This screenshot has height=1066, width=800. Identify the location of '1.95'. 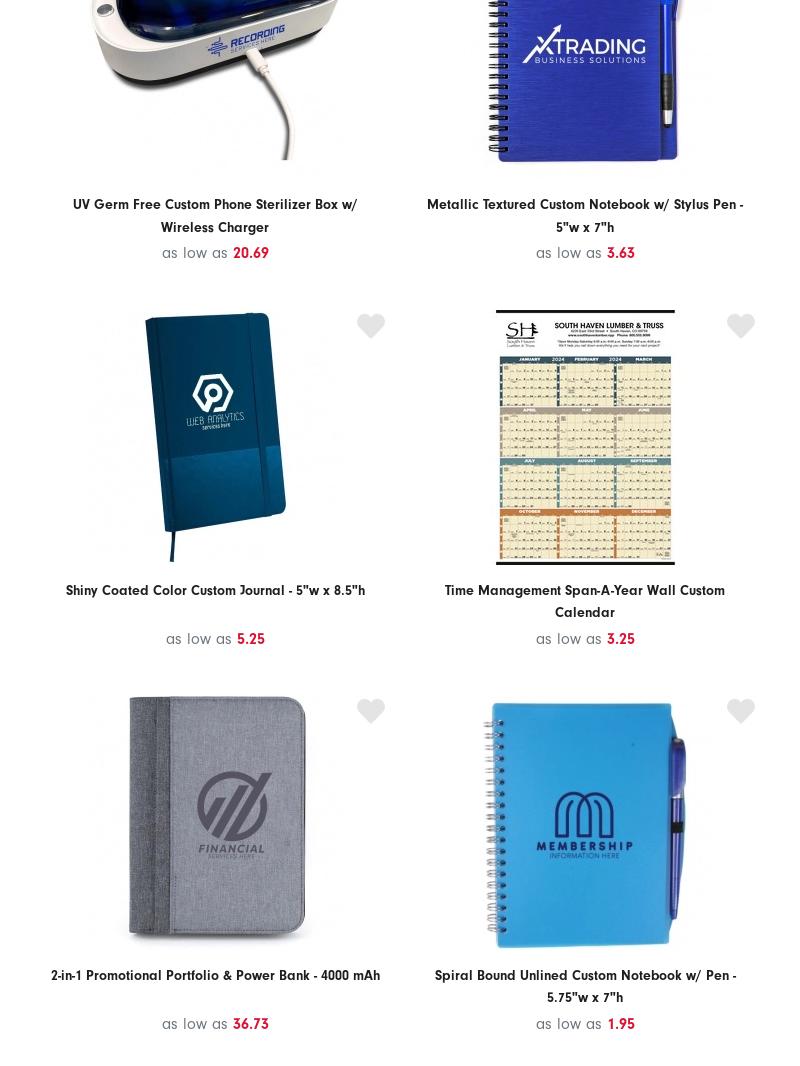
(620, 1023).